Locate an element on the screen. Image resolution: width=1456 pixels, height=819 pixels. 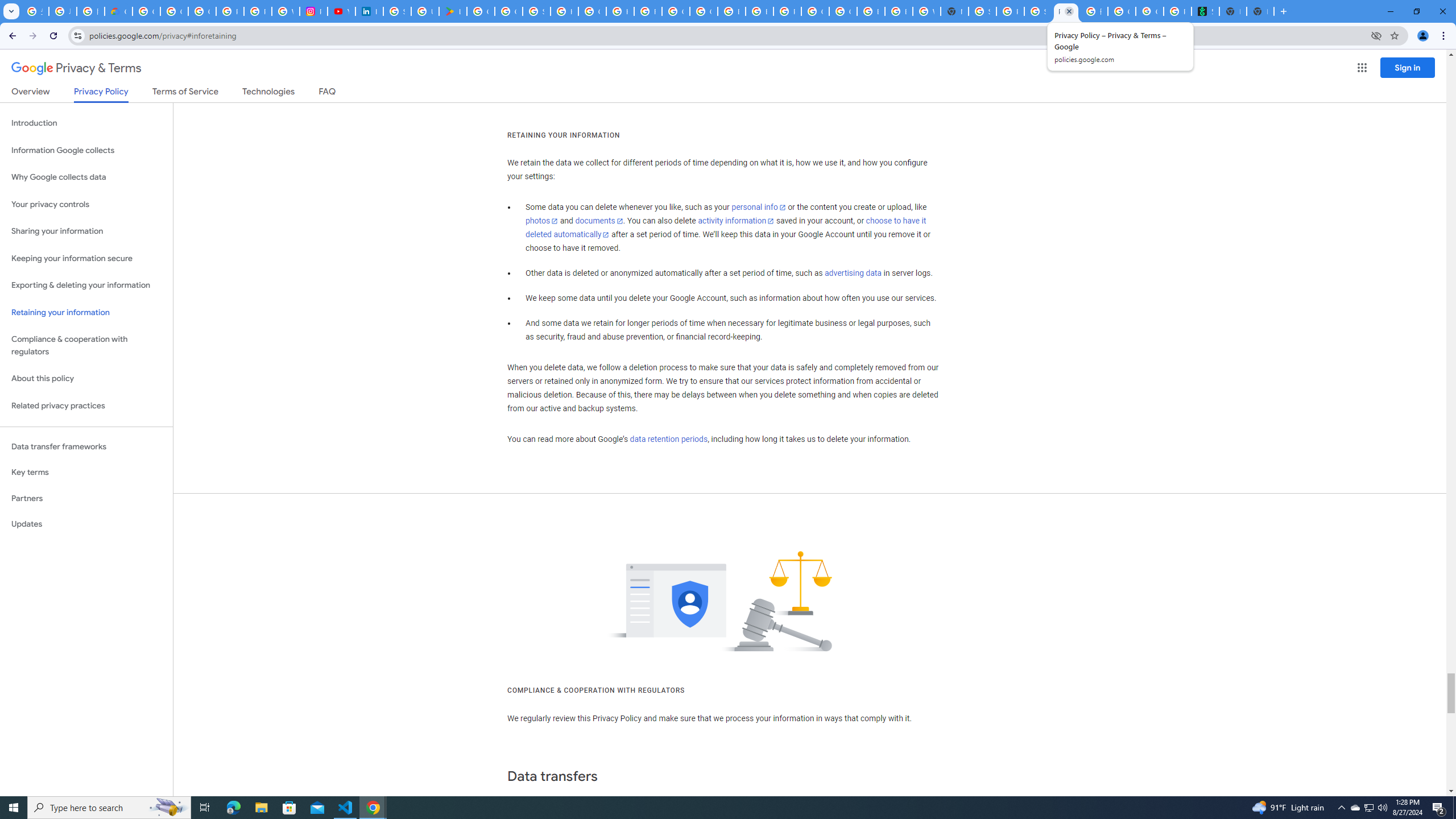
'advertising data' is located at coordinates (851, 272).